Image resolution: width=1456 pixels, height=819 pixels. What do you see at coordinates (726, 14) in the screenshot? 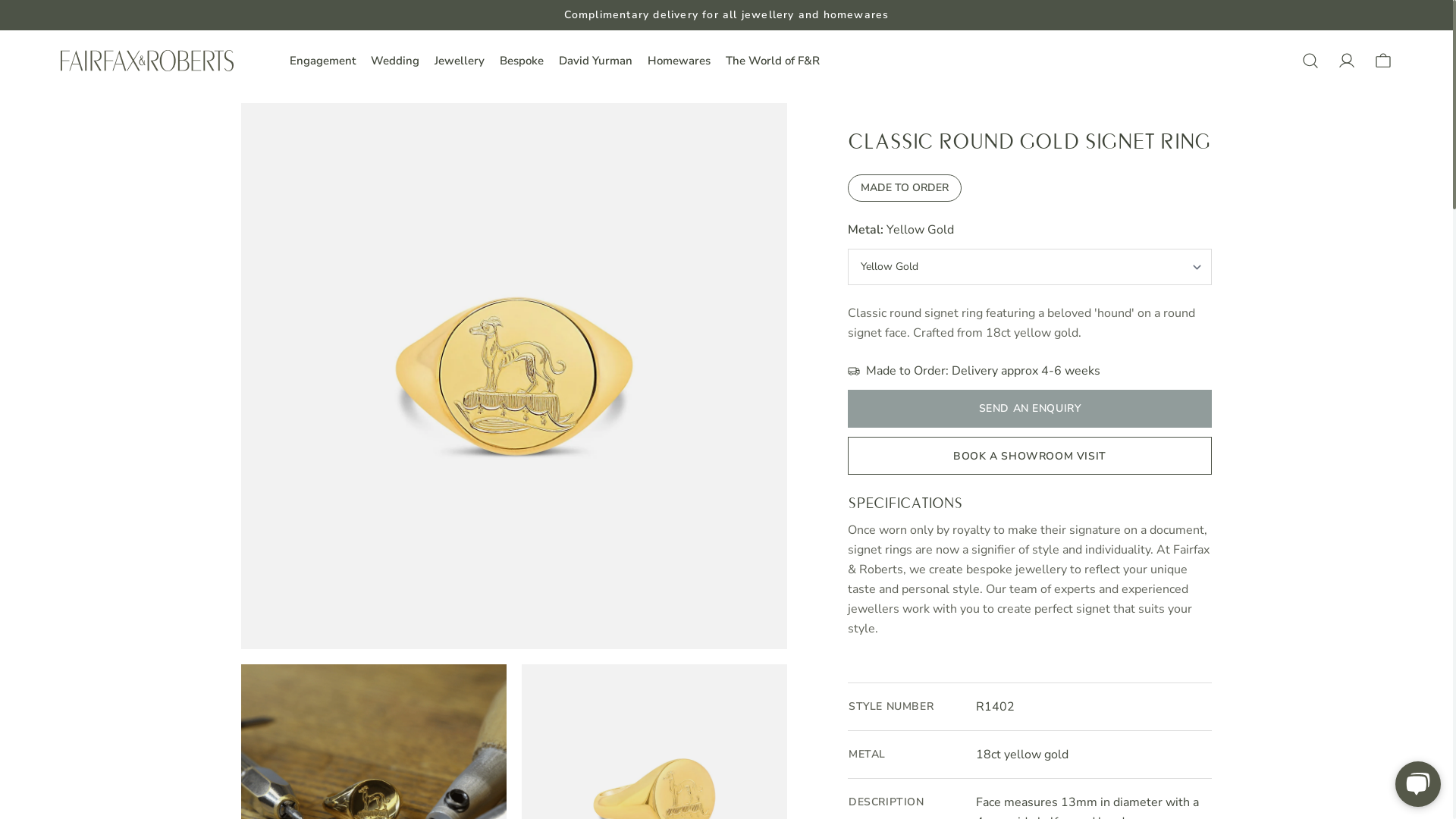
I see `'Complimentary delivery for all jewellery and homewares'` at bounding box center [726, 14].